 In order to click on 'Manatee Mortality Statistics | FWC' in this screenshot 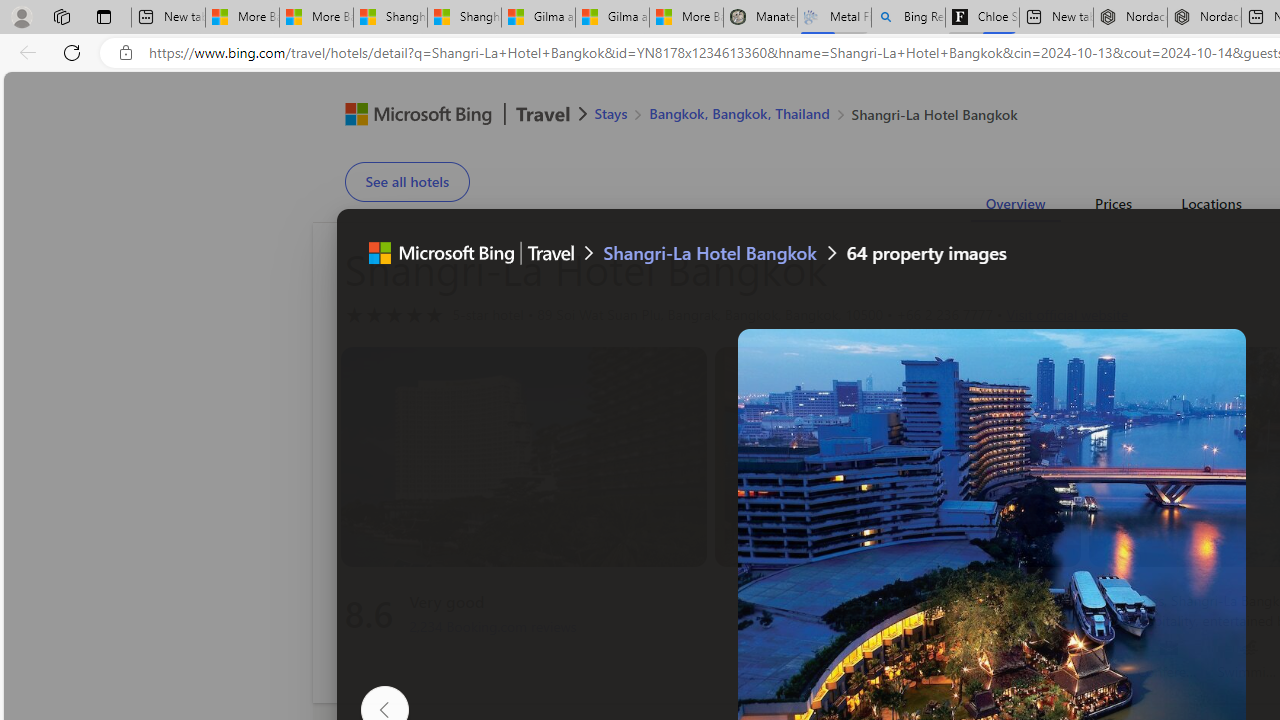, I will do `click(759, 17)`.